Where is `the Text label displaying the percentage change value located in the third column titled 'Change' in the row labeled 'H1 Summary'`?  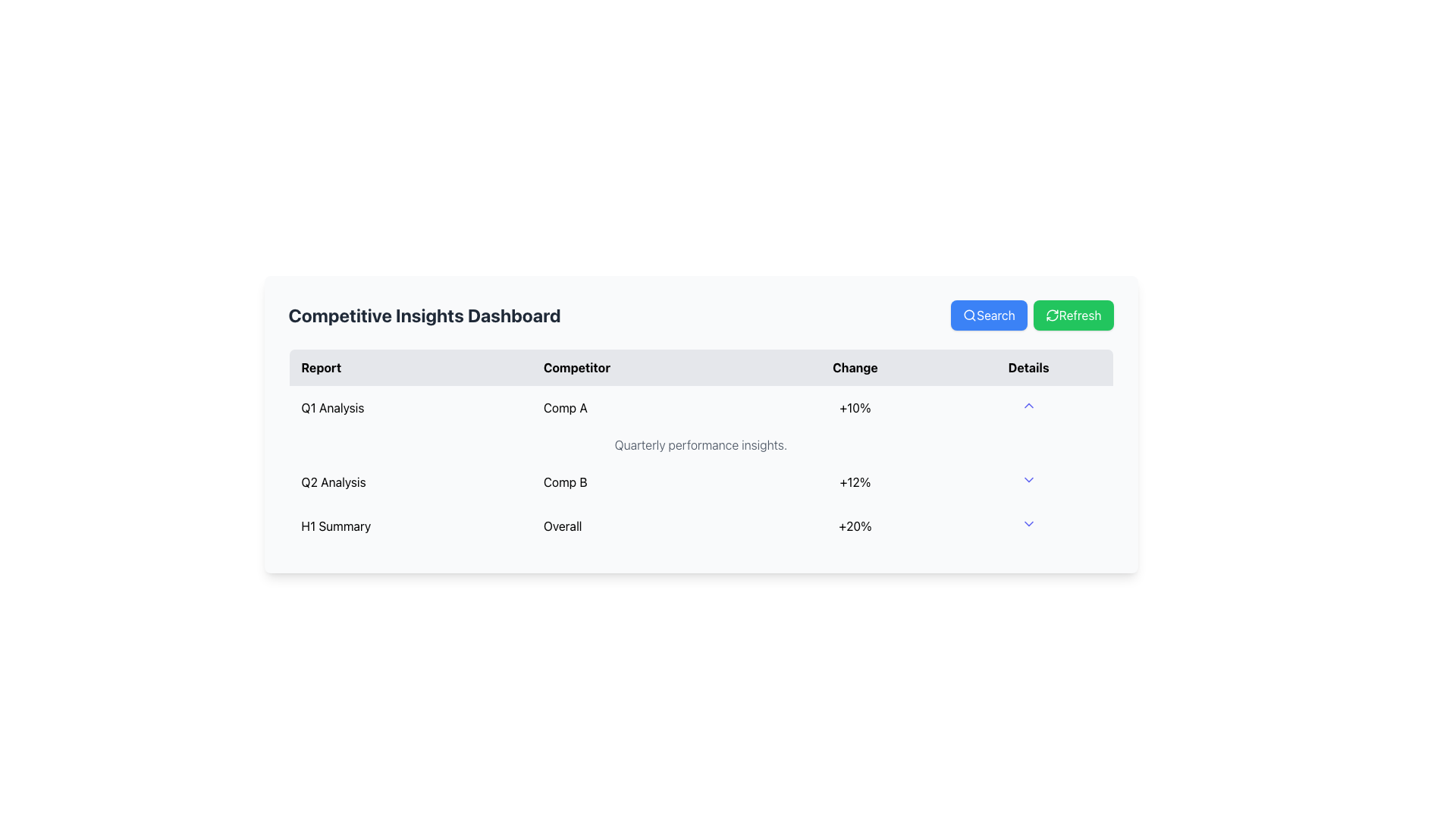
the Text label displaying the percentage change value located in the third column titled 'Change' in the row labeled 'H1 Summary' is located at coordinates (855, 526).